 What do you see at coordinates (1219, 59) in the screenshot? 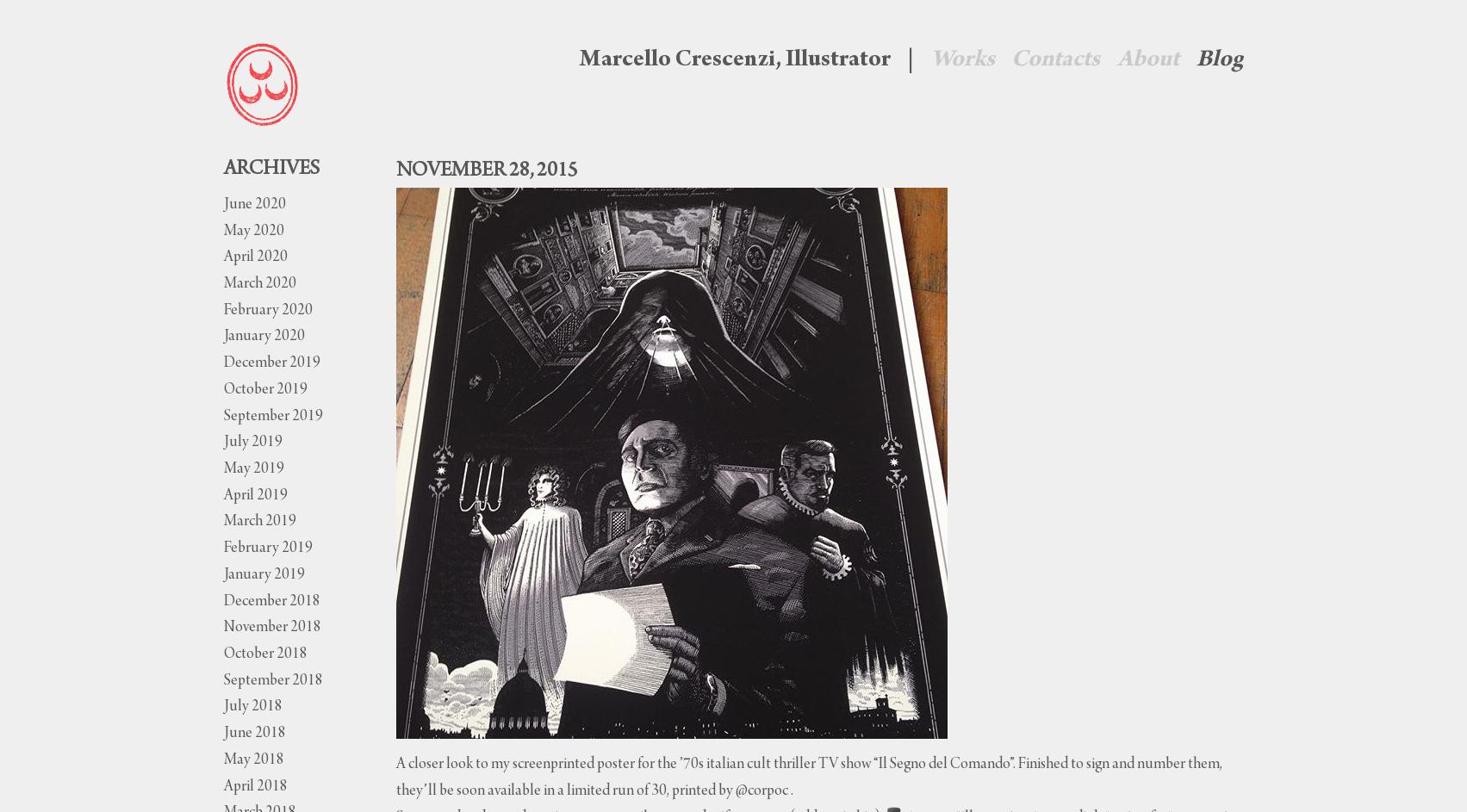
I see `'Blog'` at bounding box center [1219, 59].